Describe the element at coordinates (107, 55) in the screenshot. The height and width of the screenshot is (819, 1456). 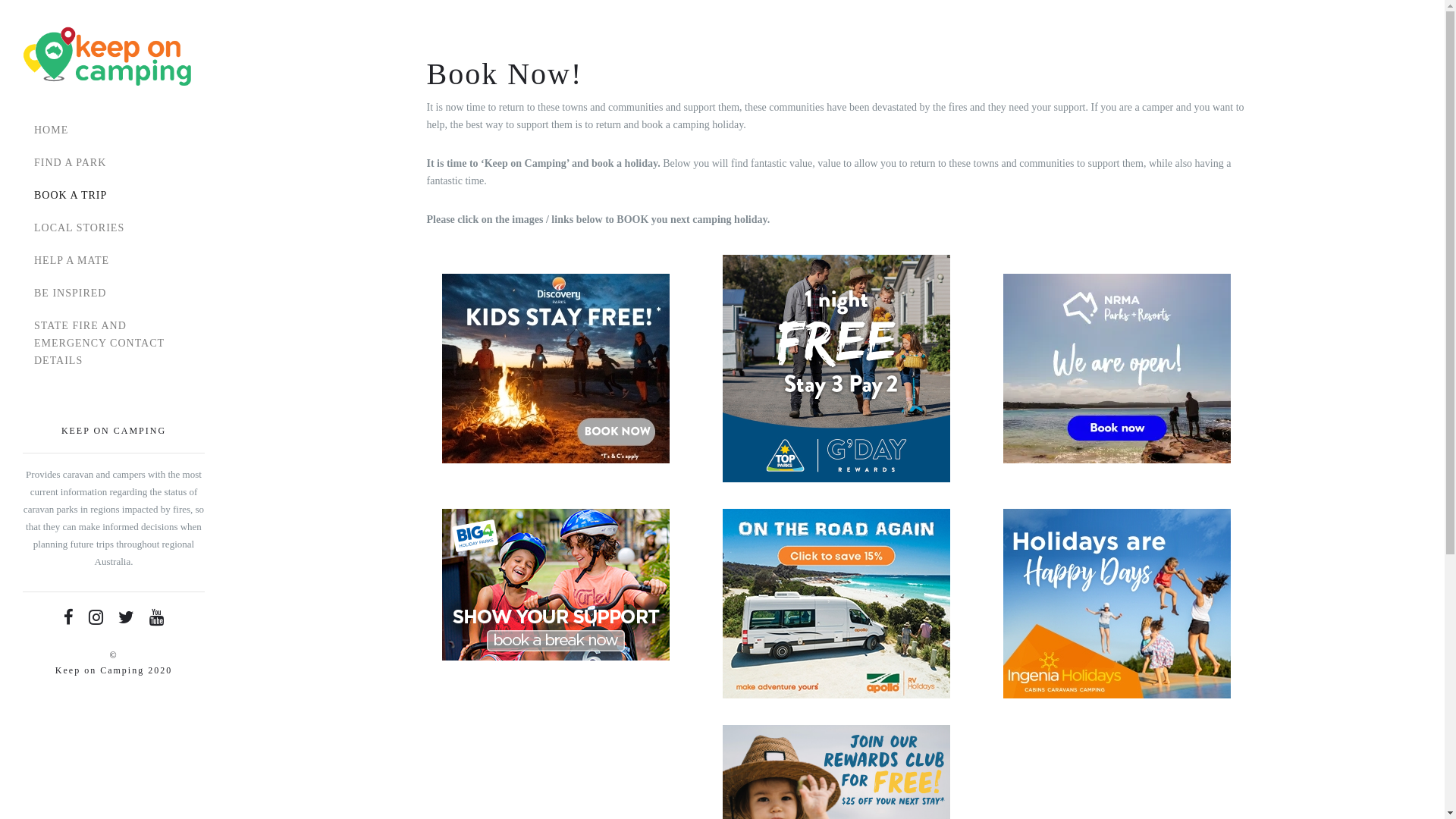
I see `'Keep On Camping'` at that location.